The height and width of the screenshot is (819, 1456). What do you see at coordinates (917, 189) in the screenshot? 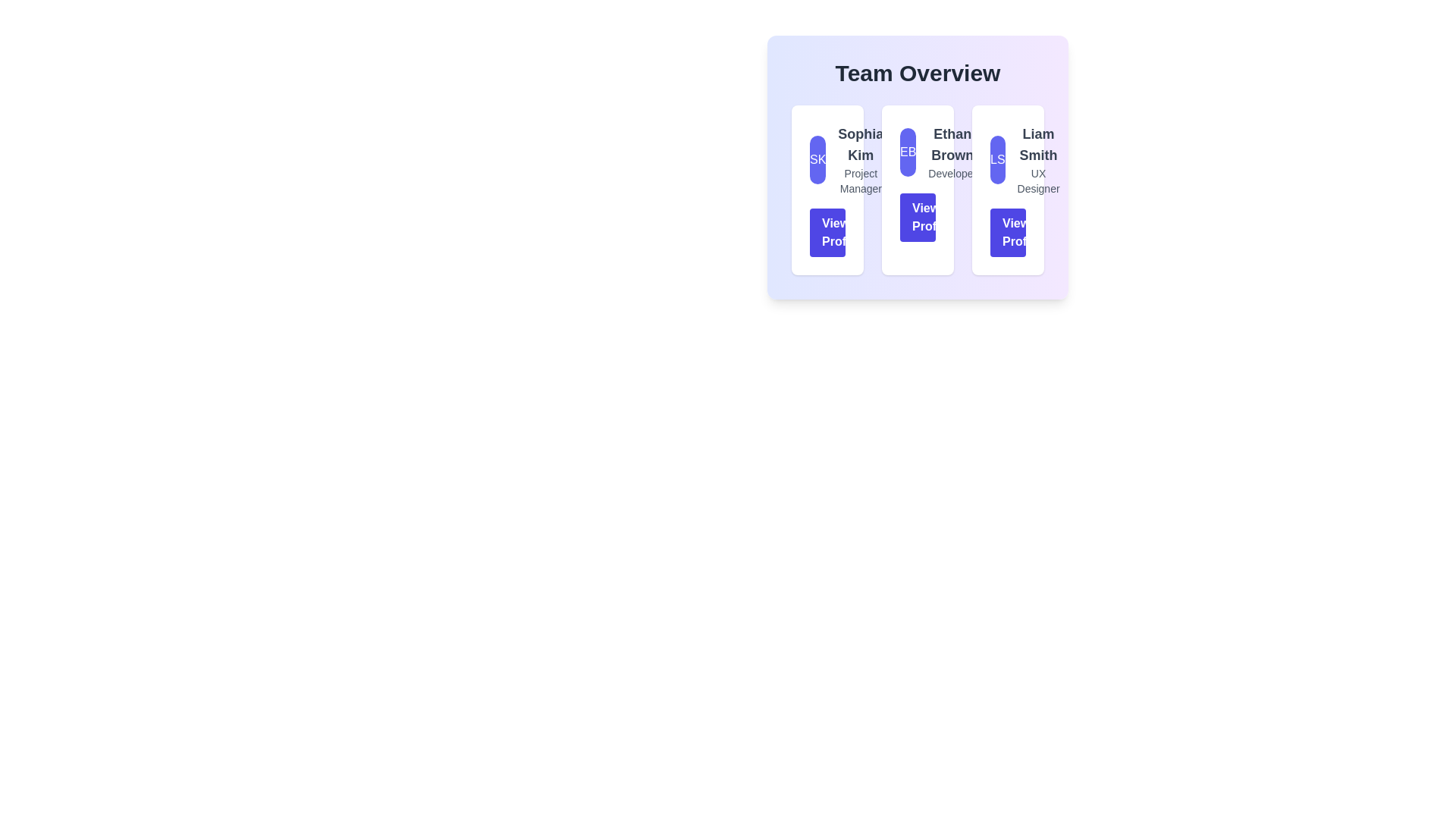
I see `the second card in the 'Team Overview' section, which contains the initials 'EB' in a rounded, indigo-colored circle, to possibly reveal additional information or animations` at bounding box center [917, 189].